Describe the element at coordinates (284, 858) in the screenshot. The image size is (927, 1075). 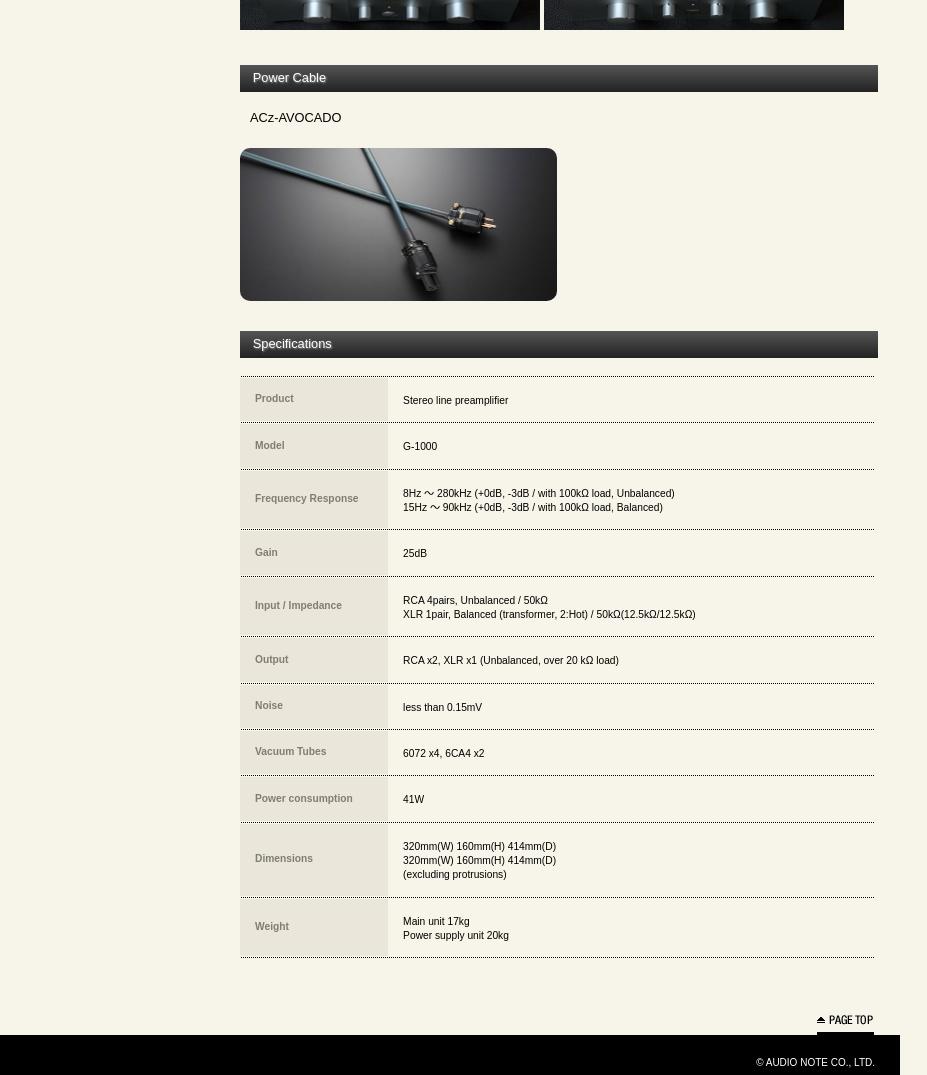
I see `'Dimensions'` at that location.